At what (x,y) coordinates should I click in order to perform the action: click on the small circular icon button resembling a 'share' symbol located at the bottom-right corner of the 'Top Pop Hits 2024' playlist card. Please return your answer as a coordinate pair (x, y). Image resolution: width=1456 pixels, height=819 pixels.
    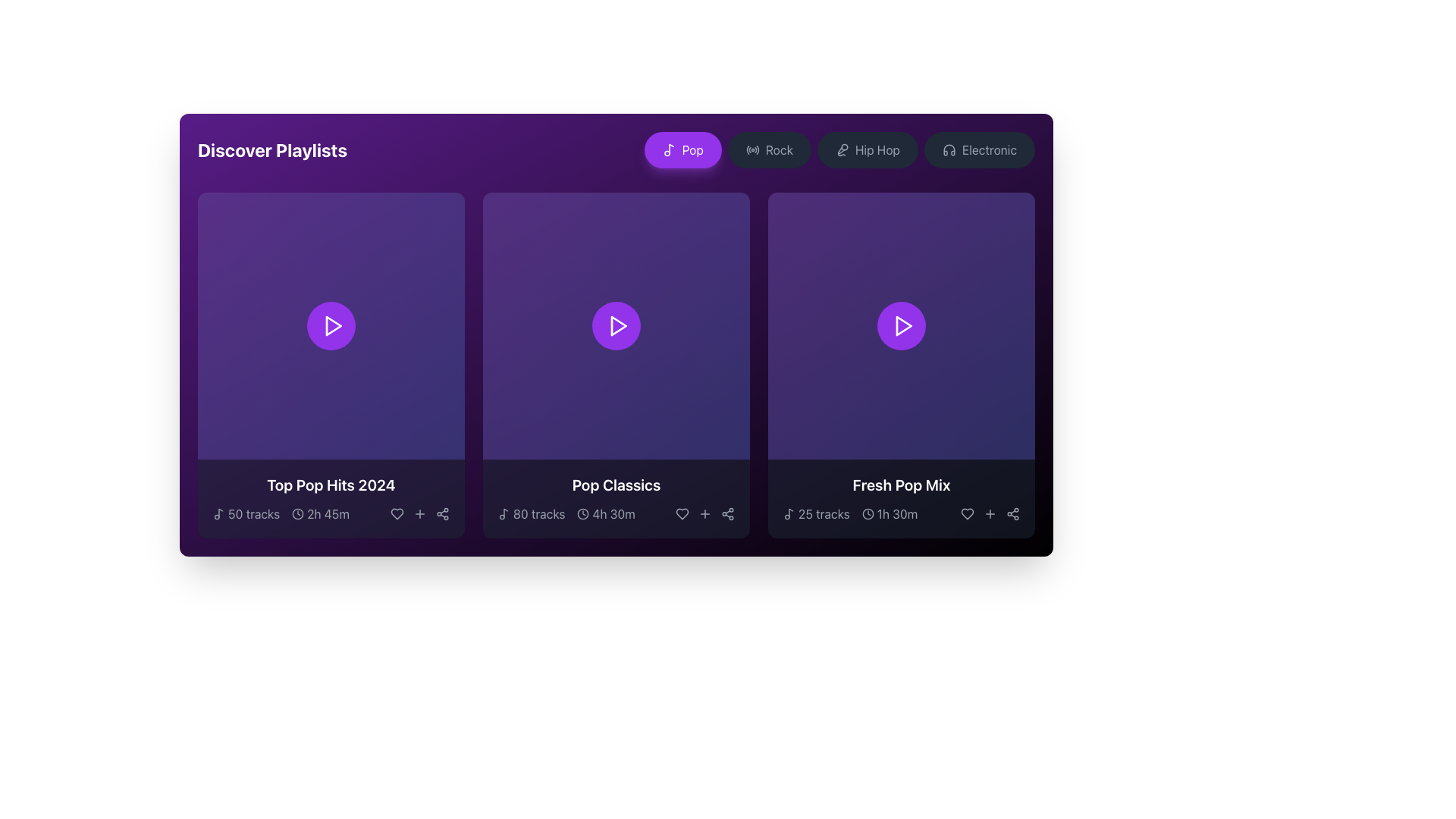
    Looking at the image, I should click on (442, 513).